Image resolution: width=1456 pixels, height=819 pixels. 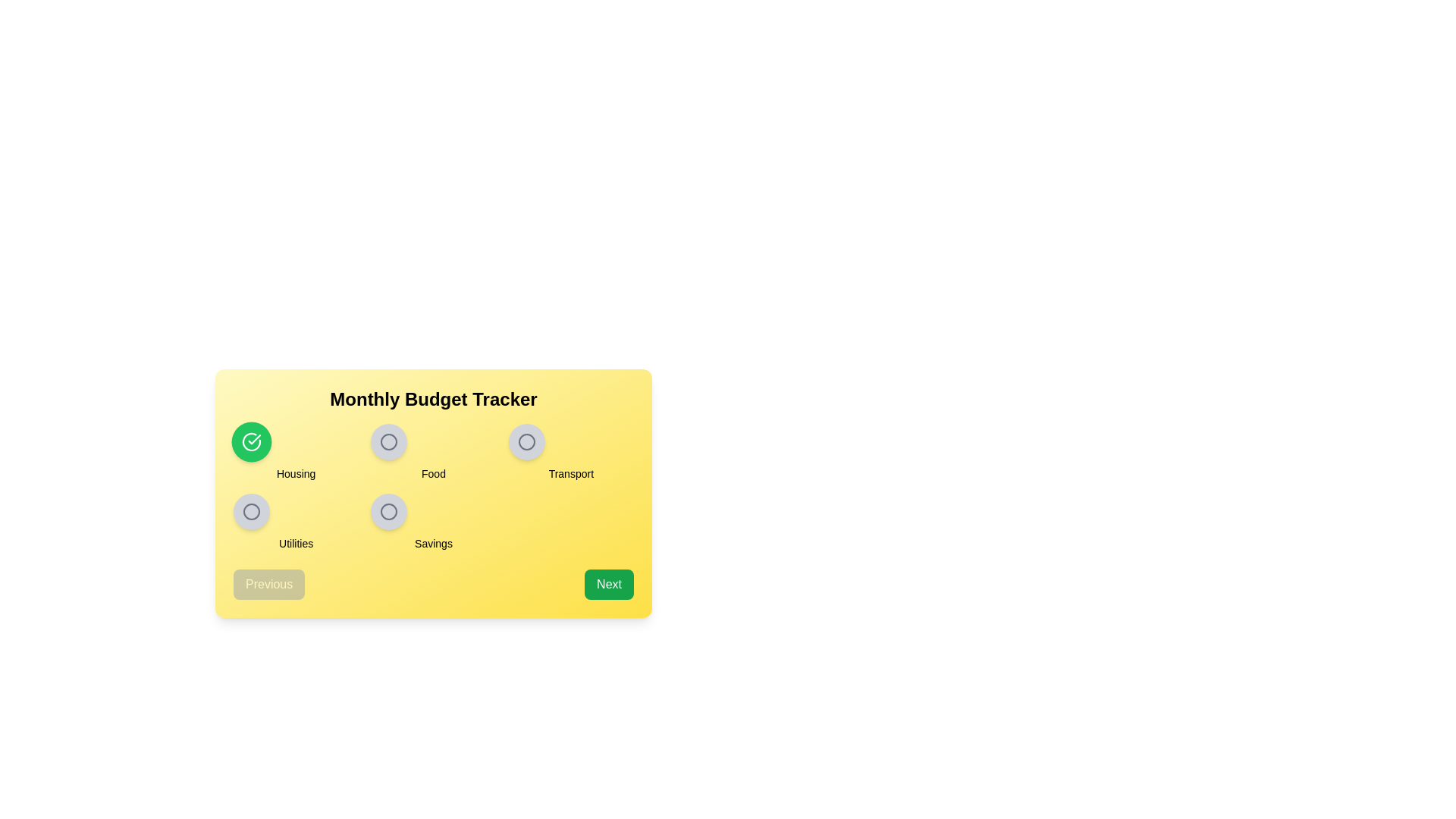 What do you see at coordinates (389, 441) in the screenshot?
I see `the radio button in the second row of the grid under 'Monthly Budget Tracker'` at bounding box center [389, 441].